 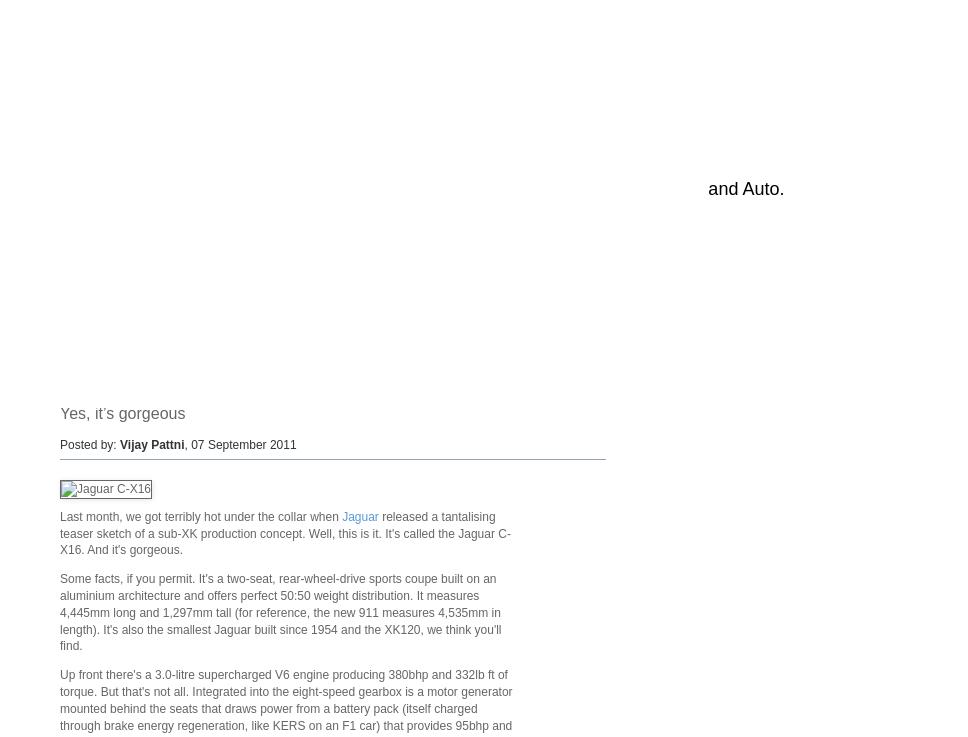 What do you see at coordinates (59, 611) in the screenshot?
I see `'Some facts, if you permit. It's a two-seat, rear-wheel-drive sports coupe built on an aluminium architecture and offers perfect 50:50 weight distribution. It measures 4,445mm long and 1,297mm tall (for reference, the new 911 measures 4,535mm in length). It's also the smallest Jaguar built since 1954 and the XK120, we think you'll find.'` at bounding box center [59, 611].